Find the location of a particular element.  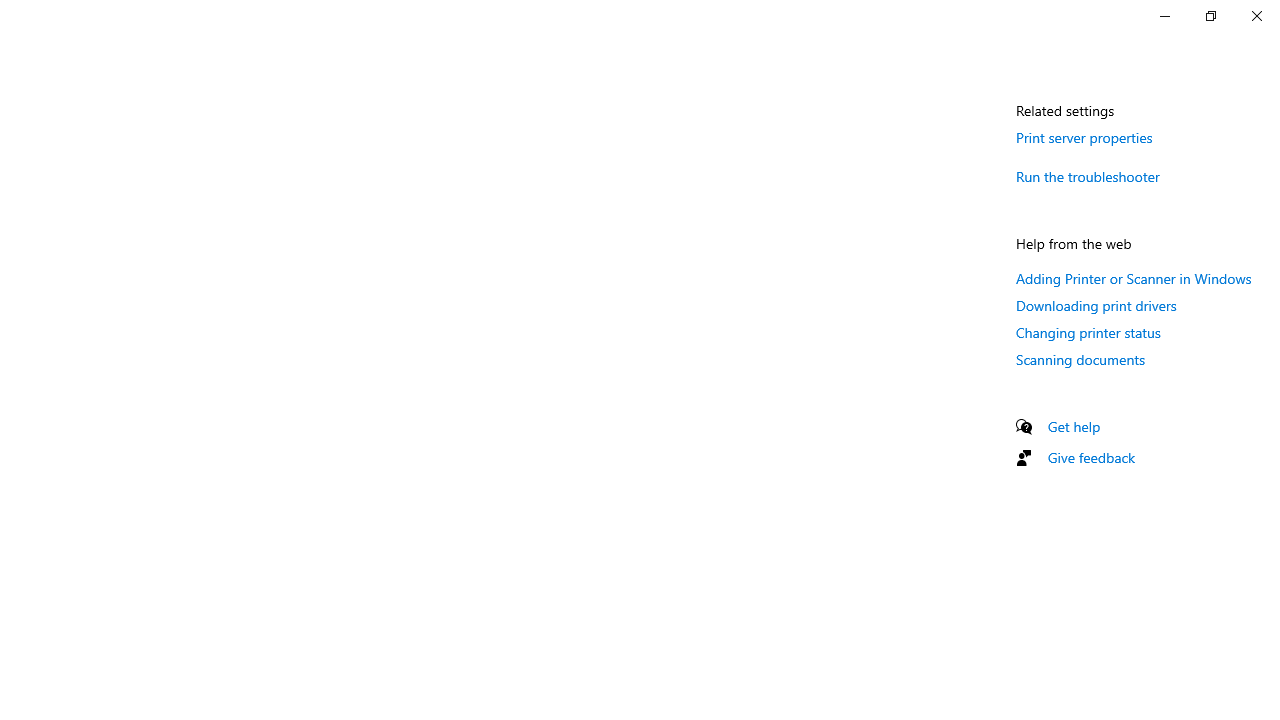

'Print server properties' is located at coordinates (1083, 136).